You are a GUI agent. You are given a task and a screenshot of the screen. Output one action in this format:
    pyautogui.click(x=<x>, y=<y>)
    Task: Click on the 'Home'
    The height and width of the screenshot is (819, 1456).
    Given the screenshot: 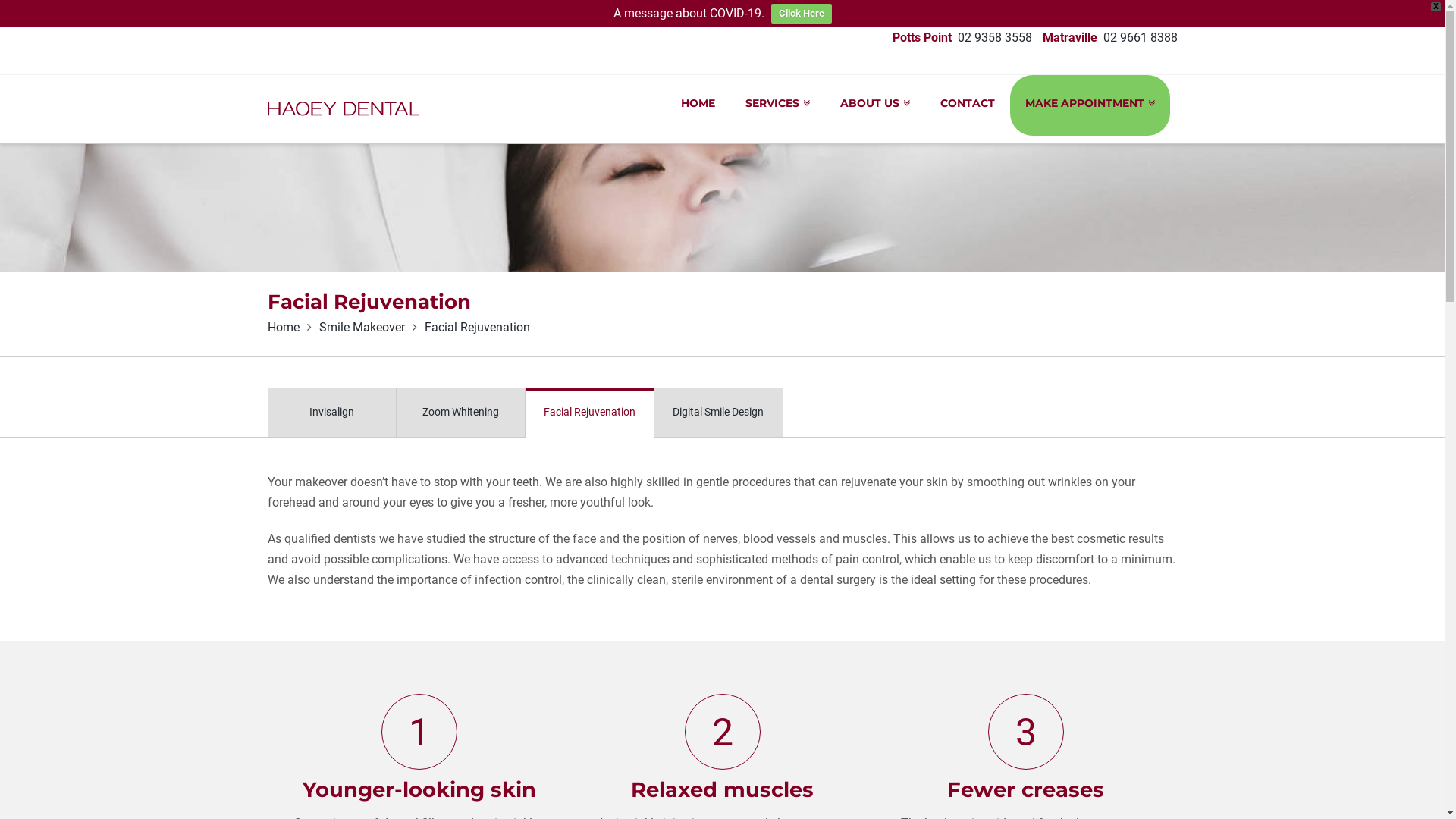 What is the action you would take?
    pyautogui.click(x=283, y=326)
    